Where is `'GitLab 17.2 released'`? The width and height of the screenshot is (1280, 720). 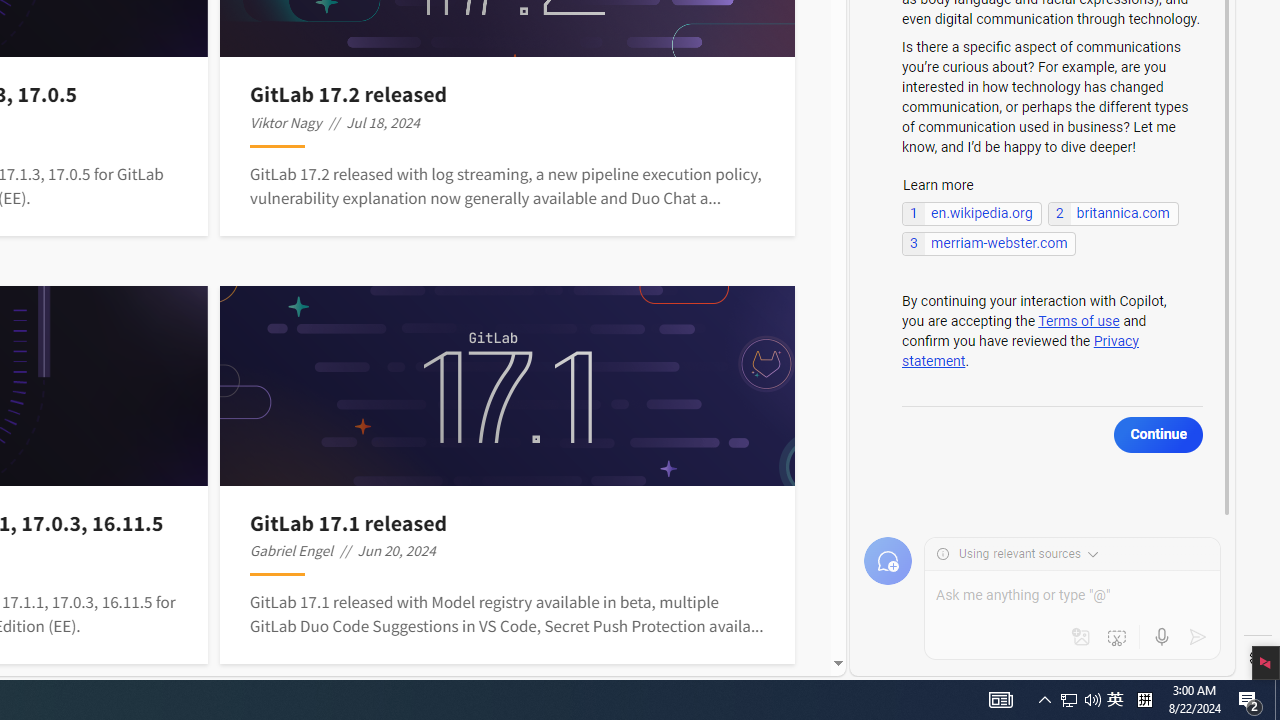 'GitLab 17.2 released' is located at coordinates (507, 94).